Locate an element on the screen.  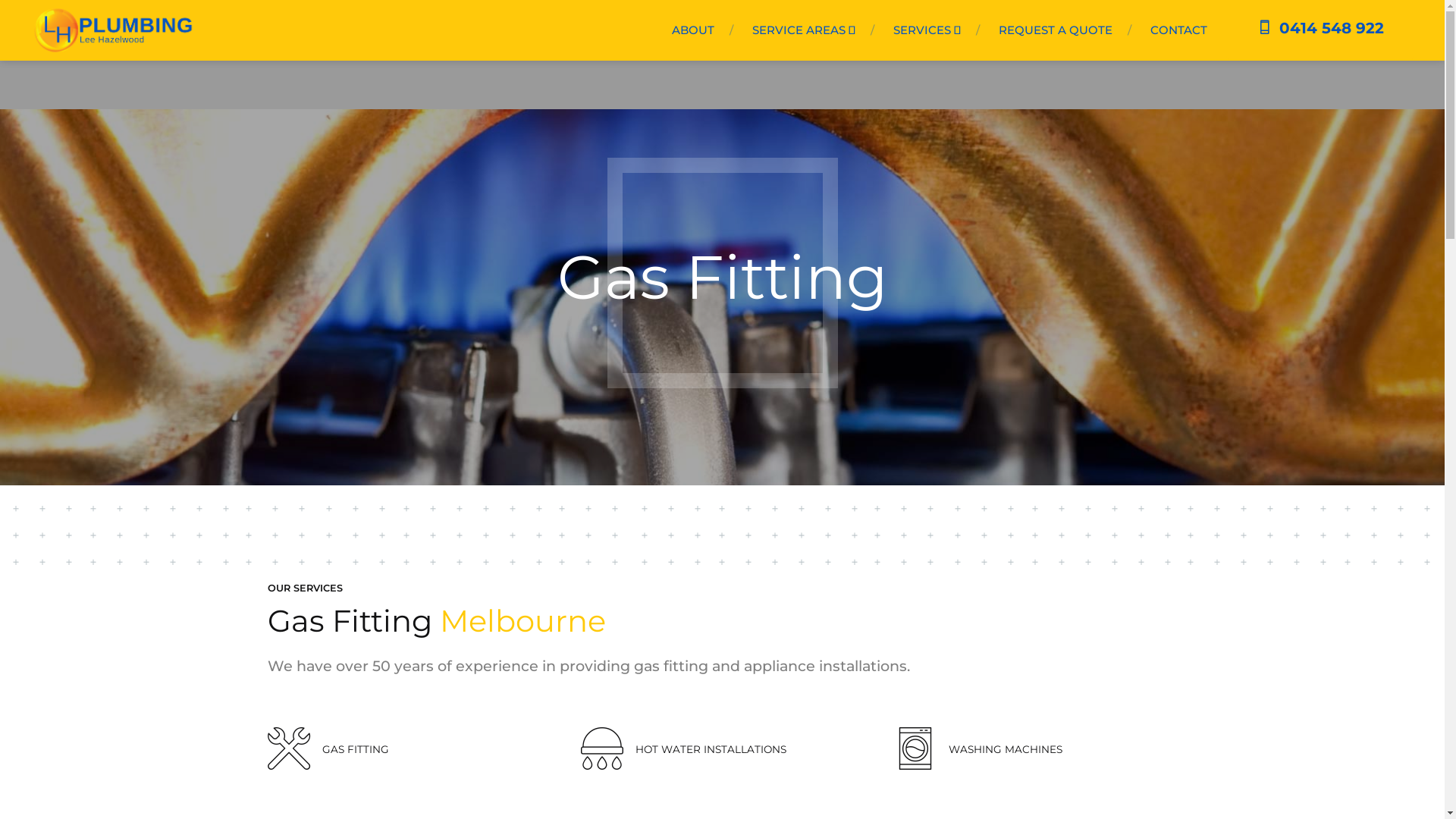
'REQUEST A QUOTE' is located at coordinates (1055, 26).